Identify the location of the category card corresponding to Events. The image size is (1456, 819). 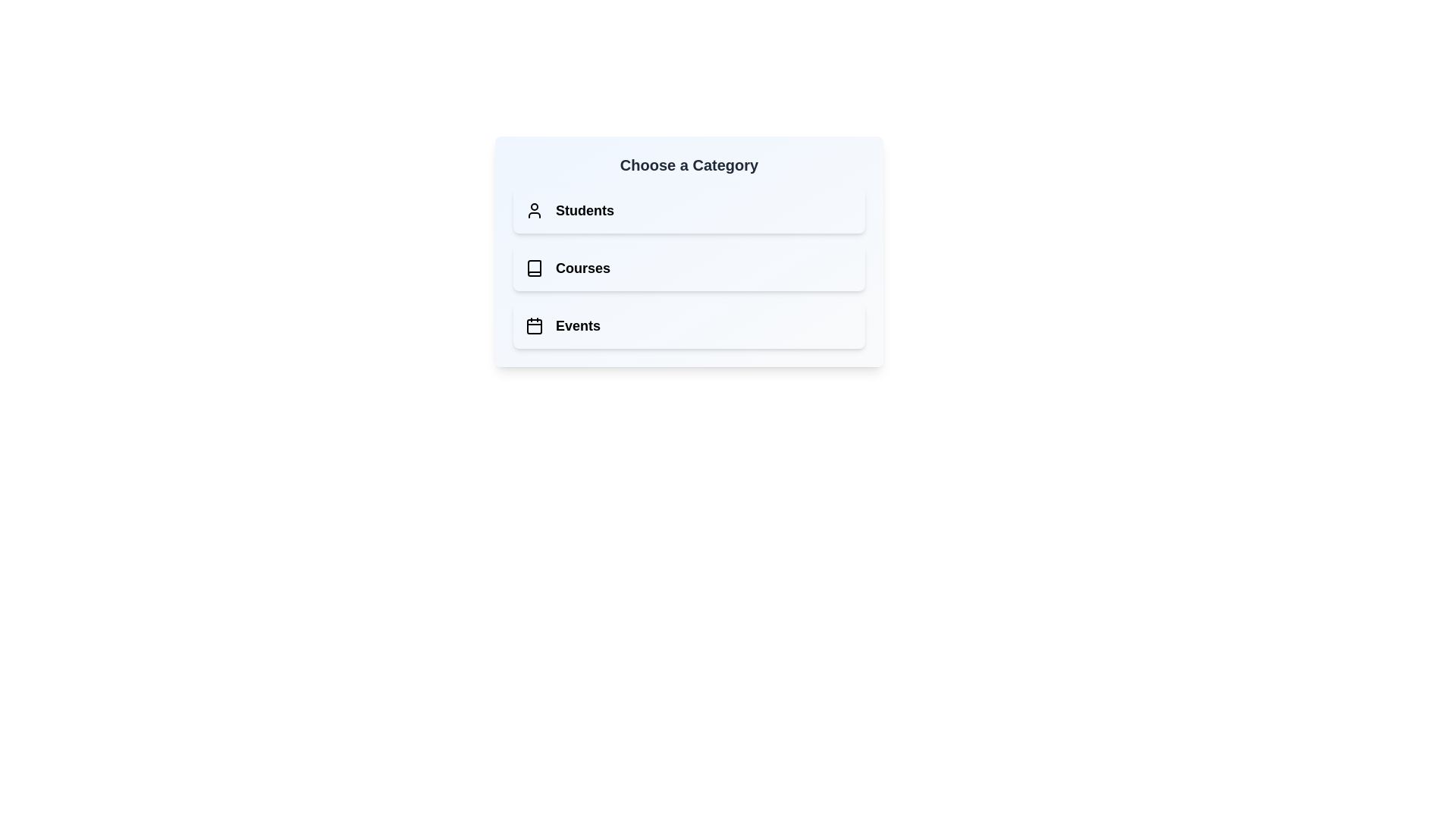
(688, 325).